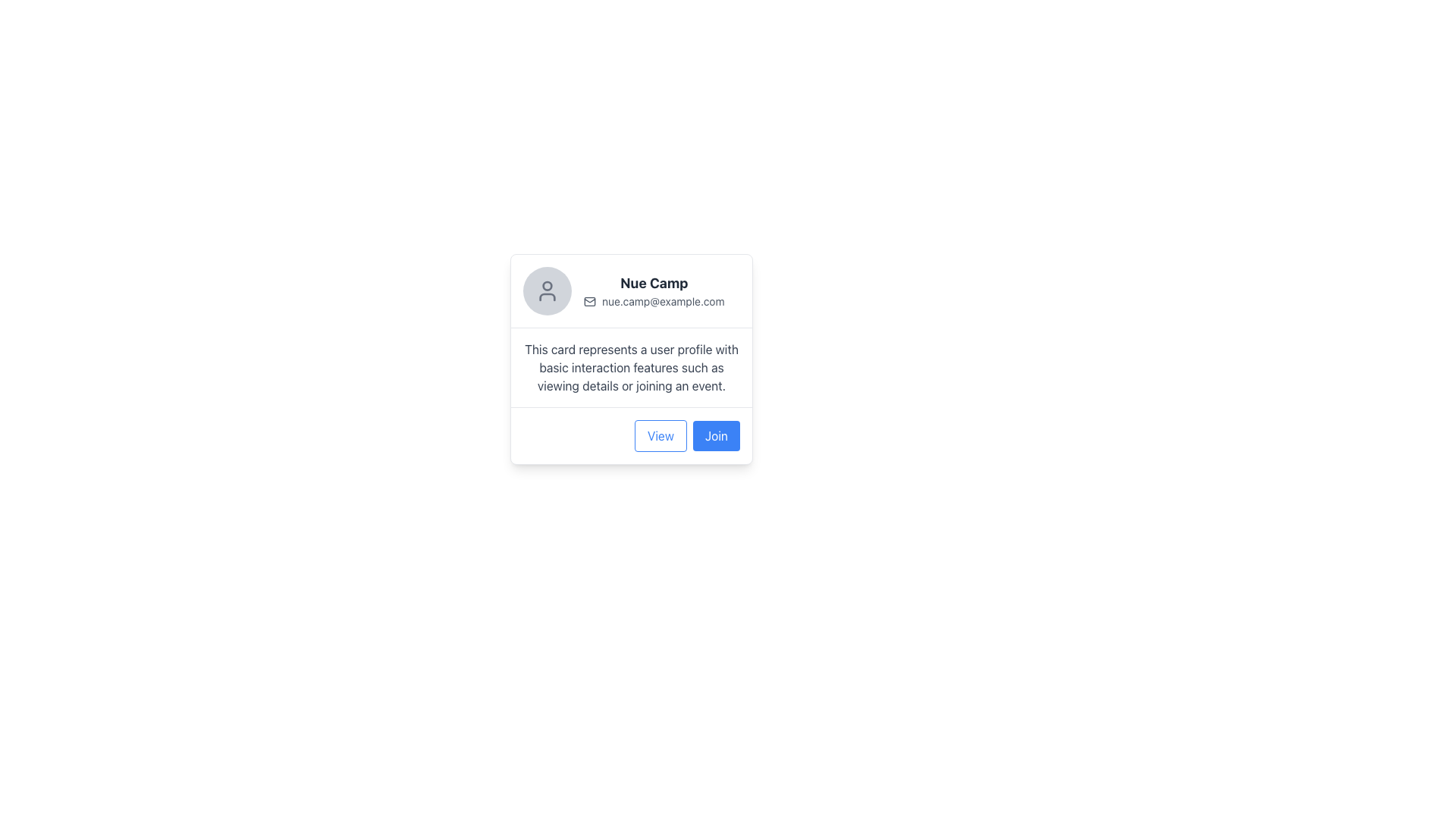 The height and width of the screenshot is (819, 1456). What do you see at coordinates (654, 301) in the screenshot?
I see `the static text element displaying the contact email, which is positioned below the bold title 'Nue Camp' and to the right of the envelope icon` at bounding box center [654, 301].